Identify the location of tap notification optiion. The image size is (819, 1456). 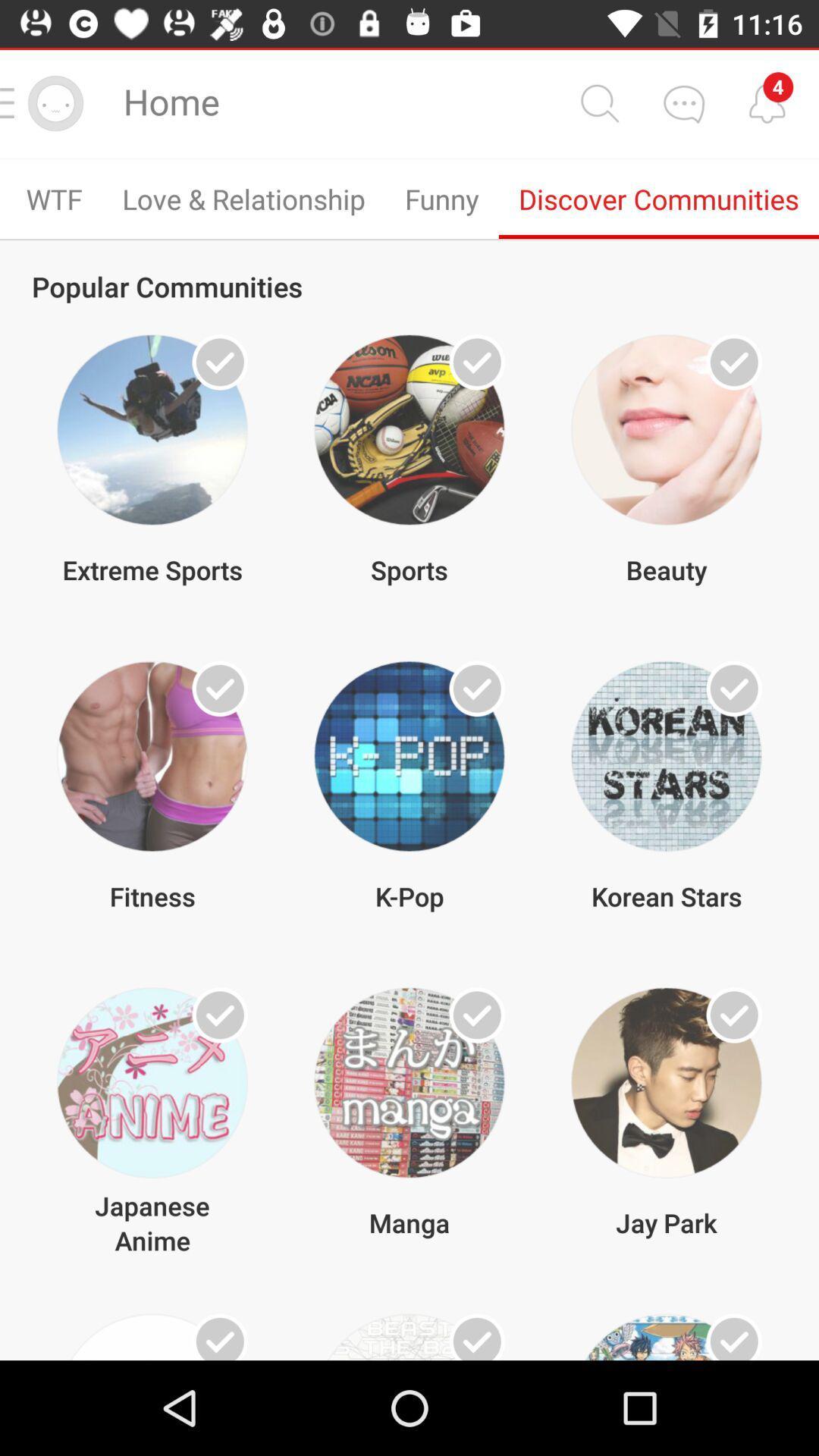
(767, 102).